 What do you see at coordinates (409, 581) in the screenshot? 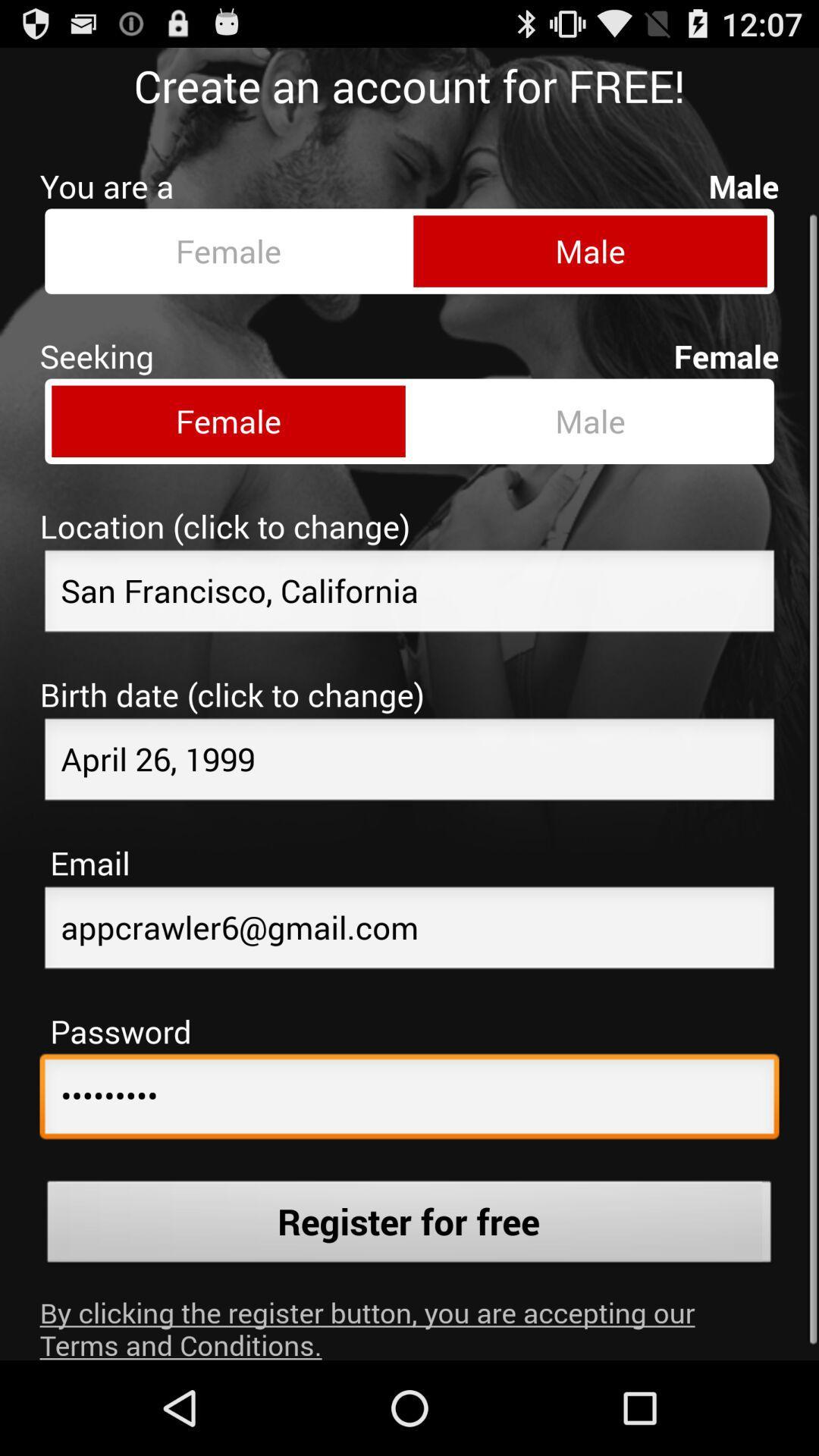
I see `change location` at bounding box center [409, 581].